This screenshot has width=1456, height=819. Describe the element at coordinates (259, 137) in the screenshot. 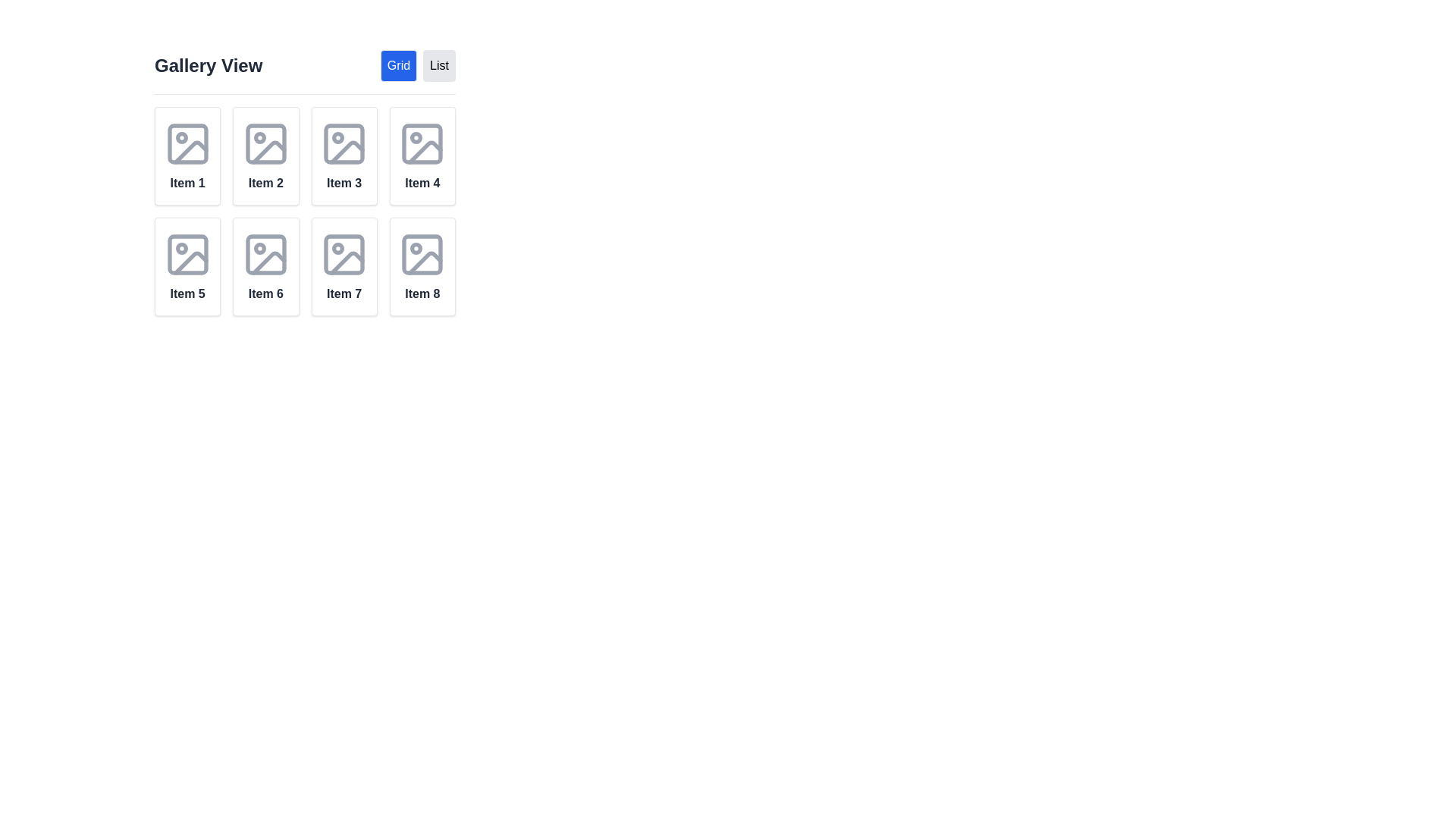

I see `the small circular shape that is centered within the larger icon in the second grid item of the gallery view` at that location.